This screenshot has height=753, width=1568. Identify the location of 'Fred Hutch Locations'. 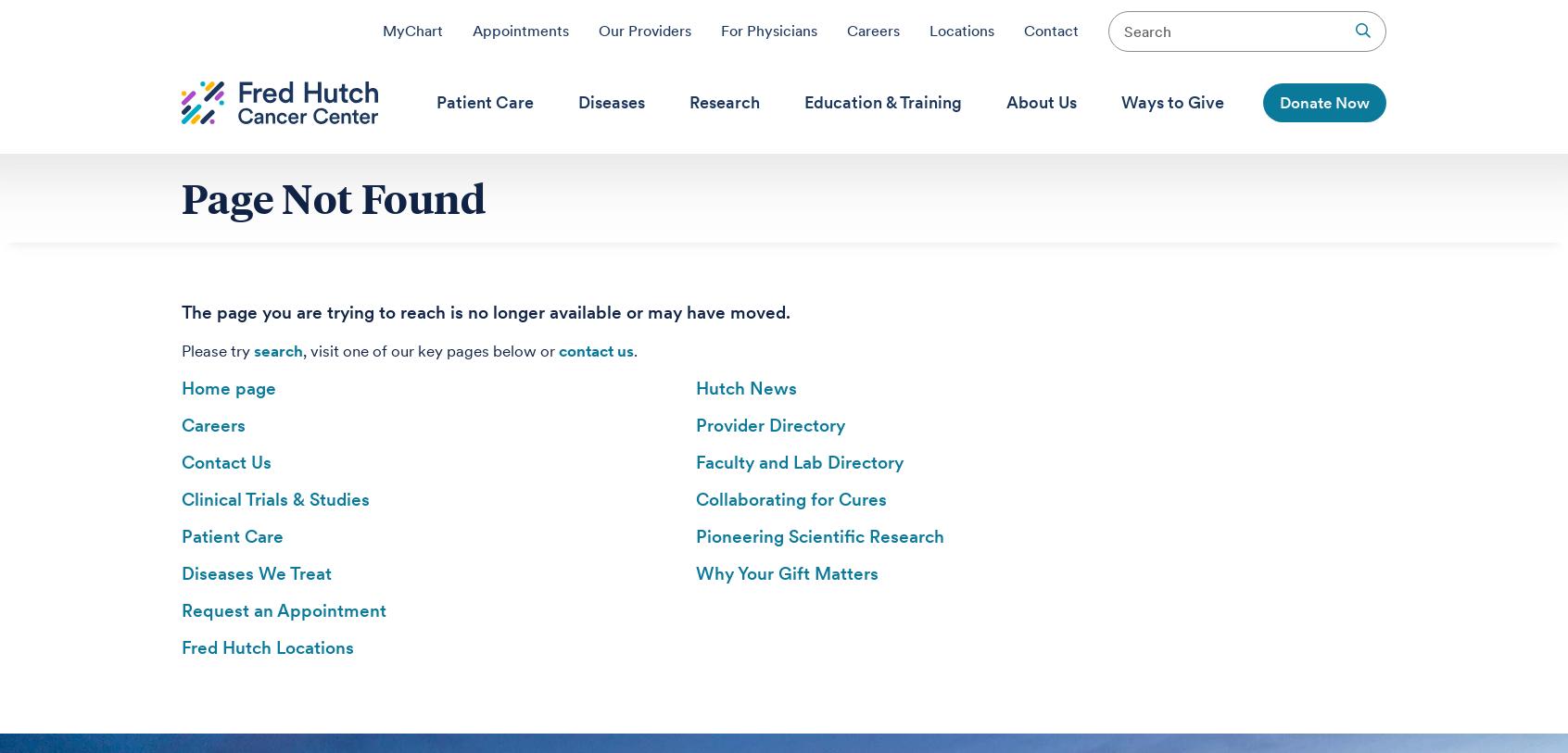
(266, 647).